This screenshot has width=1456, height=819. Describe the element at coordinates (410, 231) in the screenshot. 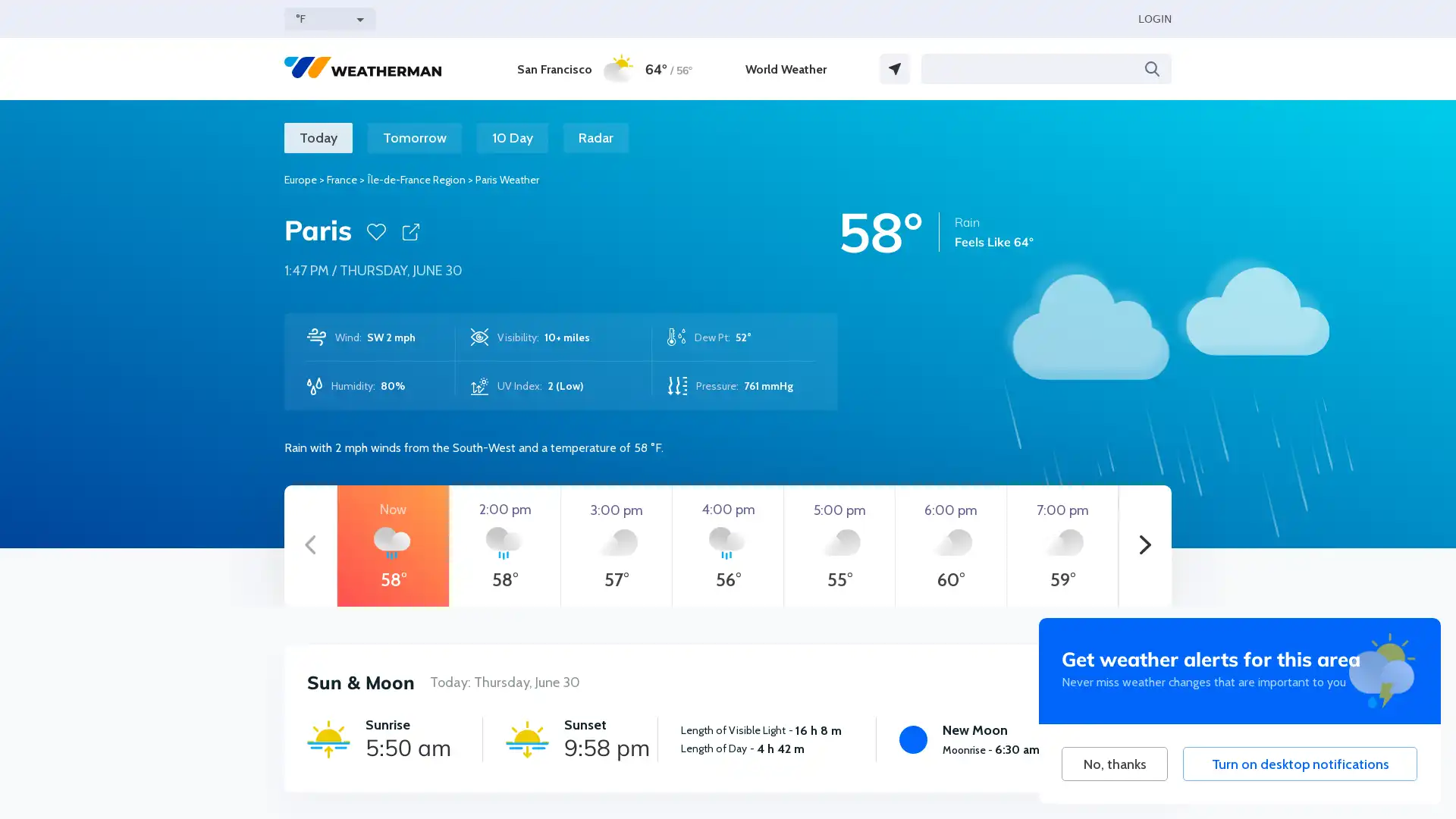

I see `Share` at that location.